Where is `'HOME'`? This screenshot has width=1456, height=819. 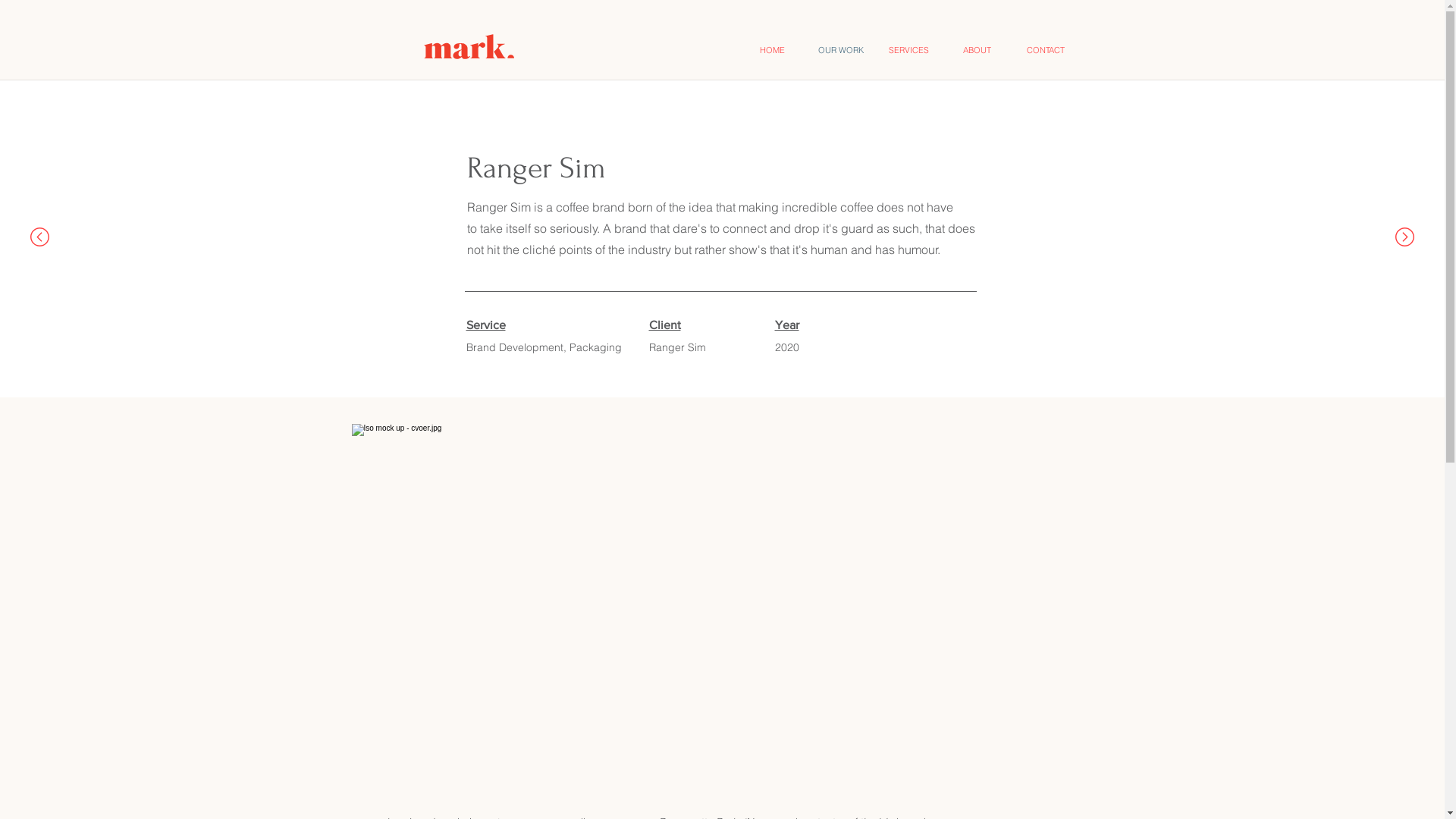 'HOME' is located at coordinates (772, 49).